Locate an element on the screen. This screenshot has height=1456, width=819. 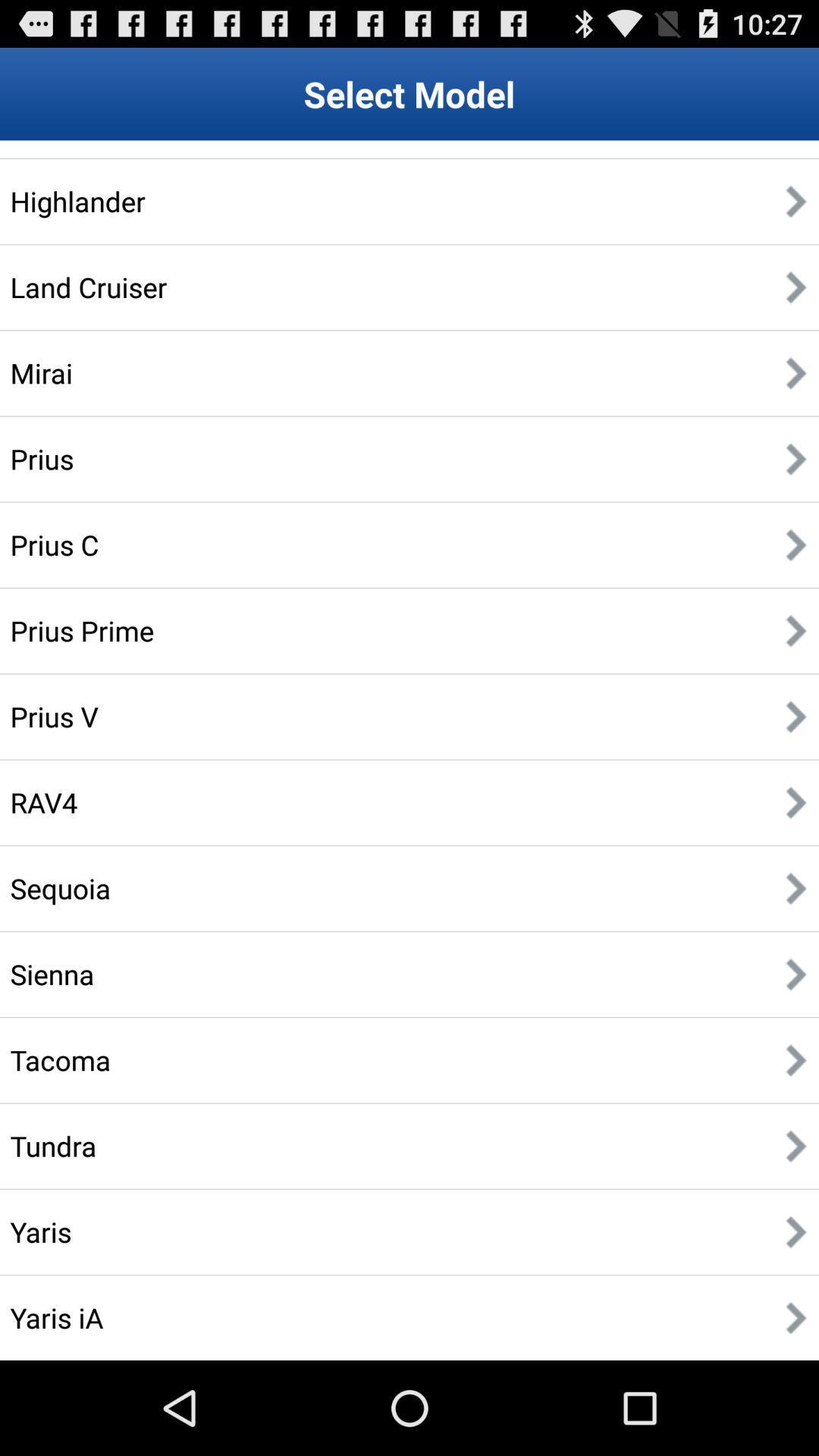
the item above sienna item is located at coordinates (59, 888).